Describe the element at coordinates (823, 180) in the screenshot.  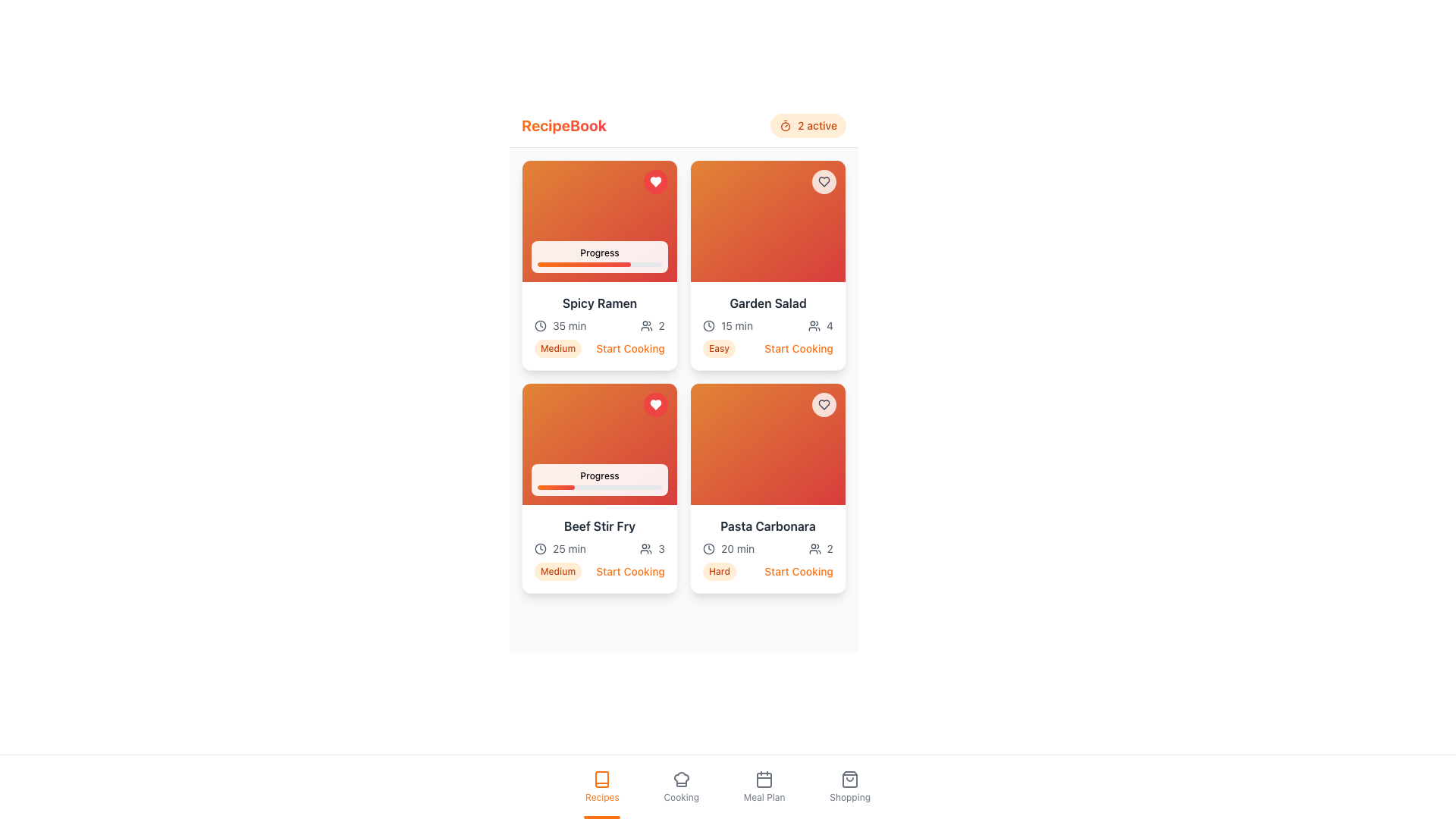
I see `the heart-shaped icon located at the top-right corner of the card` at that location.